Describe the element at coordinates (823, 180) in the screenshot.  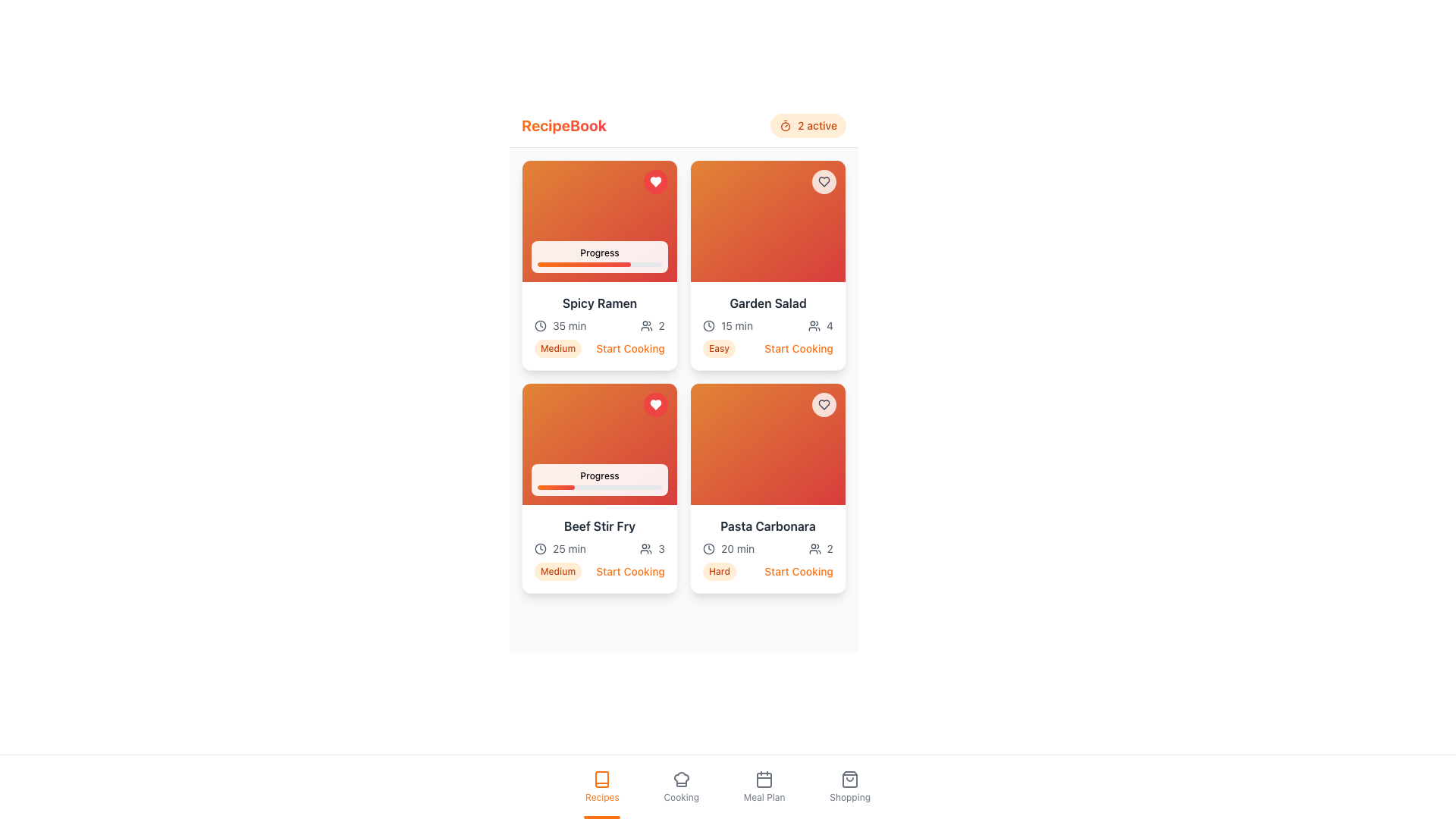
I see `the heart-shaped icon located at the top-right corner of the card` at that location.